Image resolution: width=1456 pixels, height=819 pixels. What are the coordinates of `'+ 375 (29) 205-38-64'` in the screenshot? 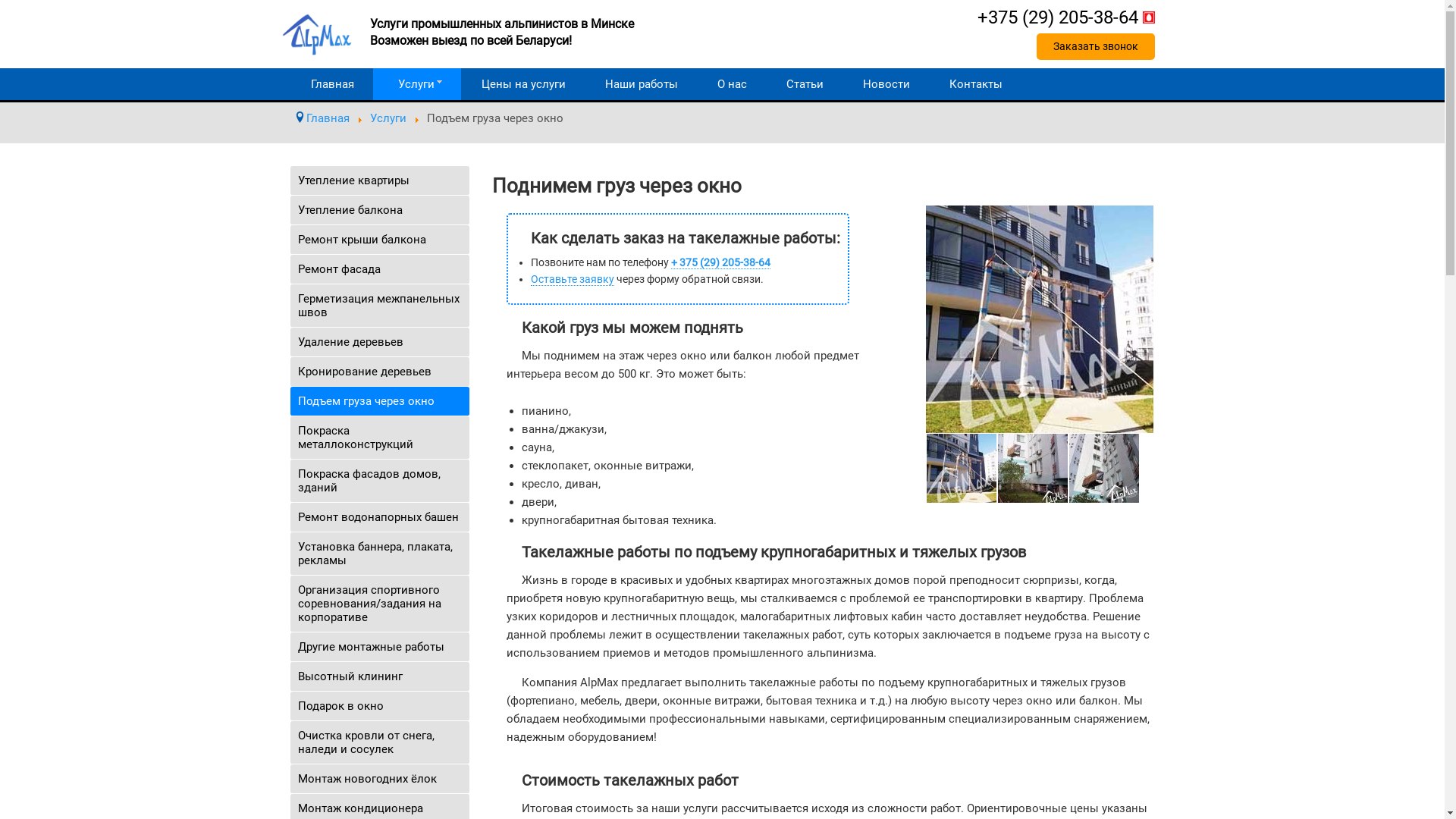 It's located at (719, 262).